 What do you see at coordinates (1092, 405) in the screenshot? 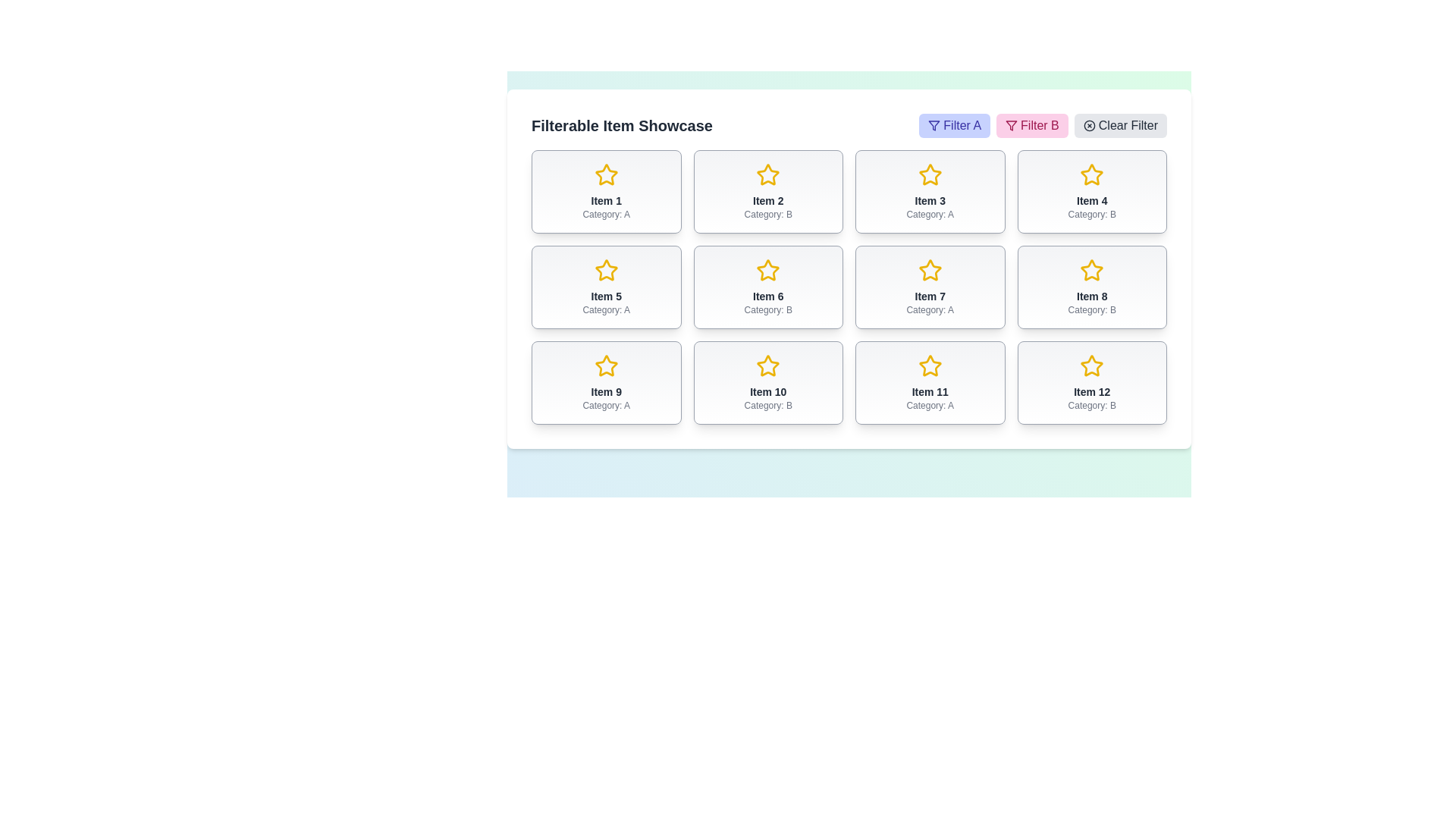
I see `the small gray text label that reads 'Category: B', located under the 'Item 12' heading in the last card of the grid's lower right corner` at bounding box center [1092, 405].